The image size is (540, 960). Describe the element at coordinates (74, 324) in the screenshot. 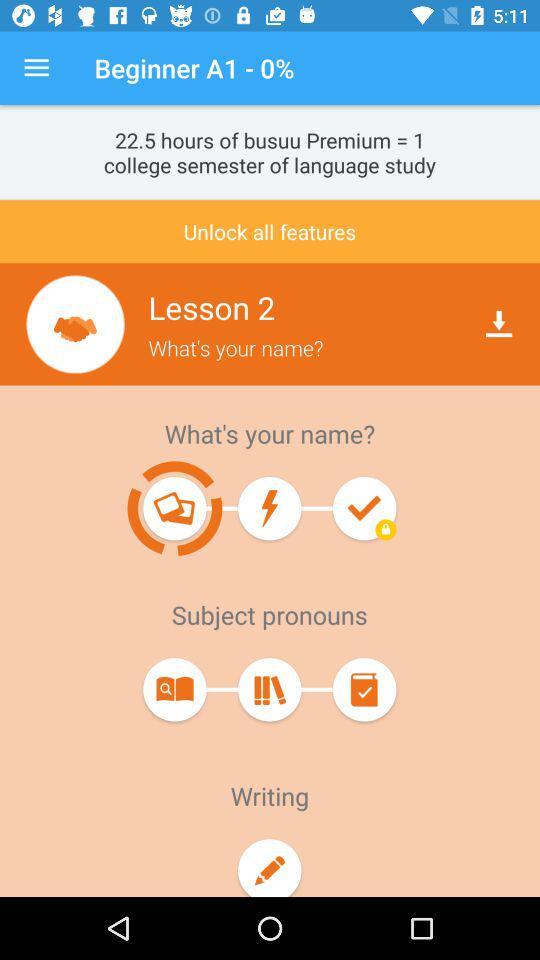

I see `the image right to lesson 2` at that location.